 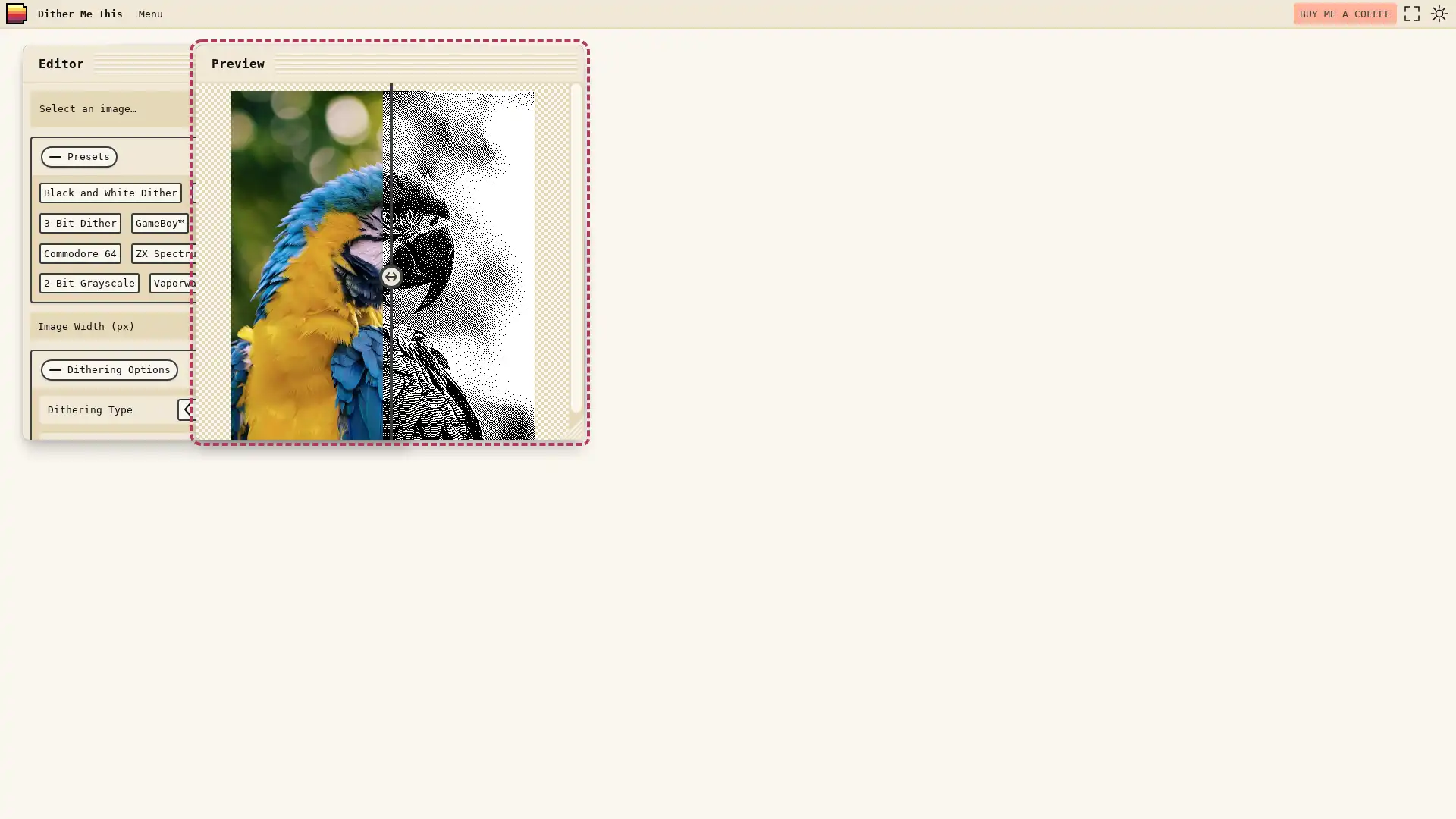 I want to click on ZX Spectrum, so click(x=168, y=252).